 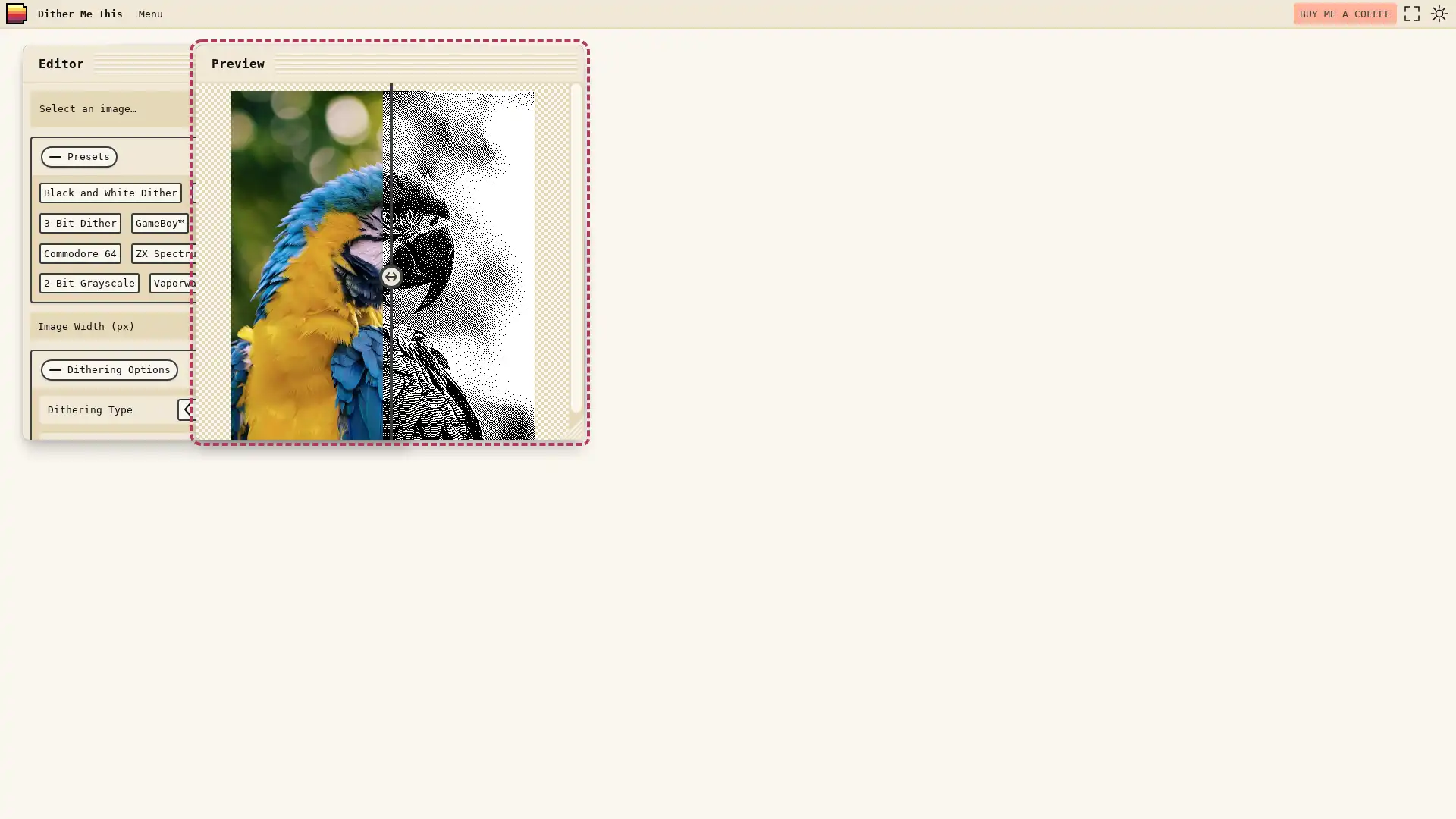 I want to click on ZX Spectrum, so click(x=168, y=252).